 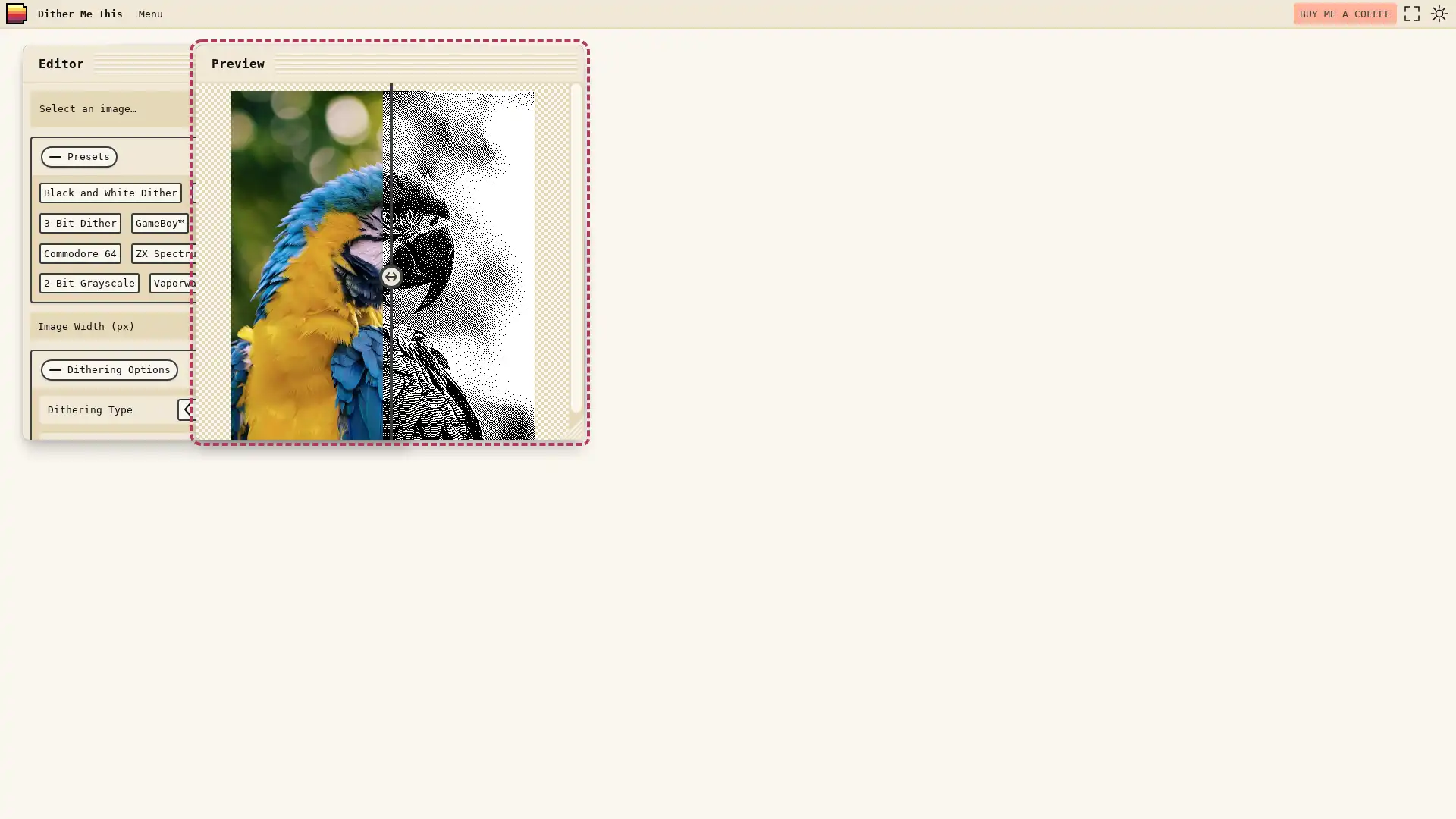 I want to click on ZX Spectrum, so click(x=168, y=252).